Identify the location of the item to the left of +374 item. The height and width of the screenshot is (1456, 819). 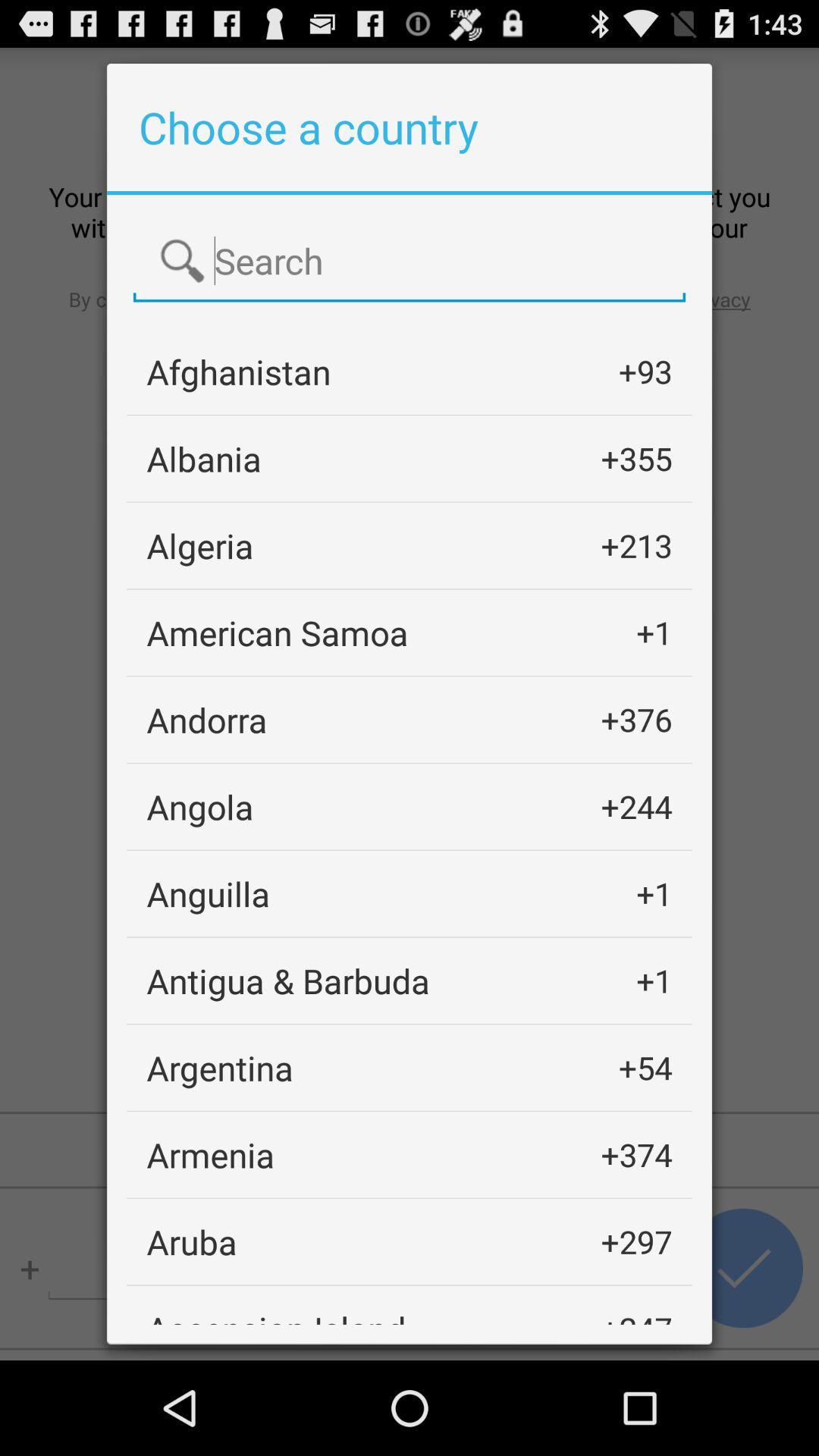
(210, 1153).